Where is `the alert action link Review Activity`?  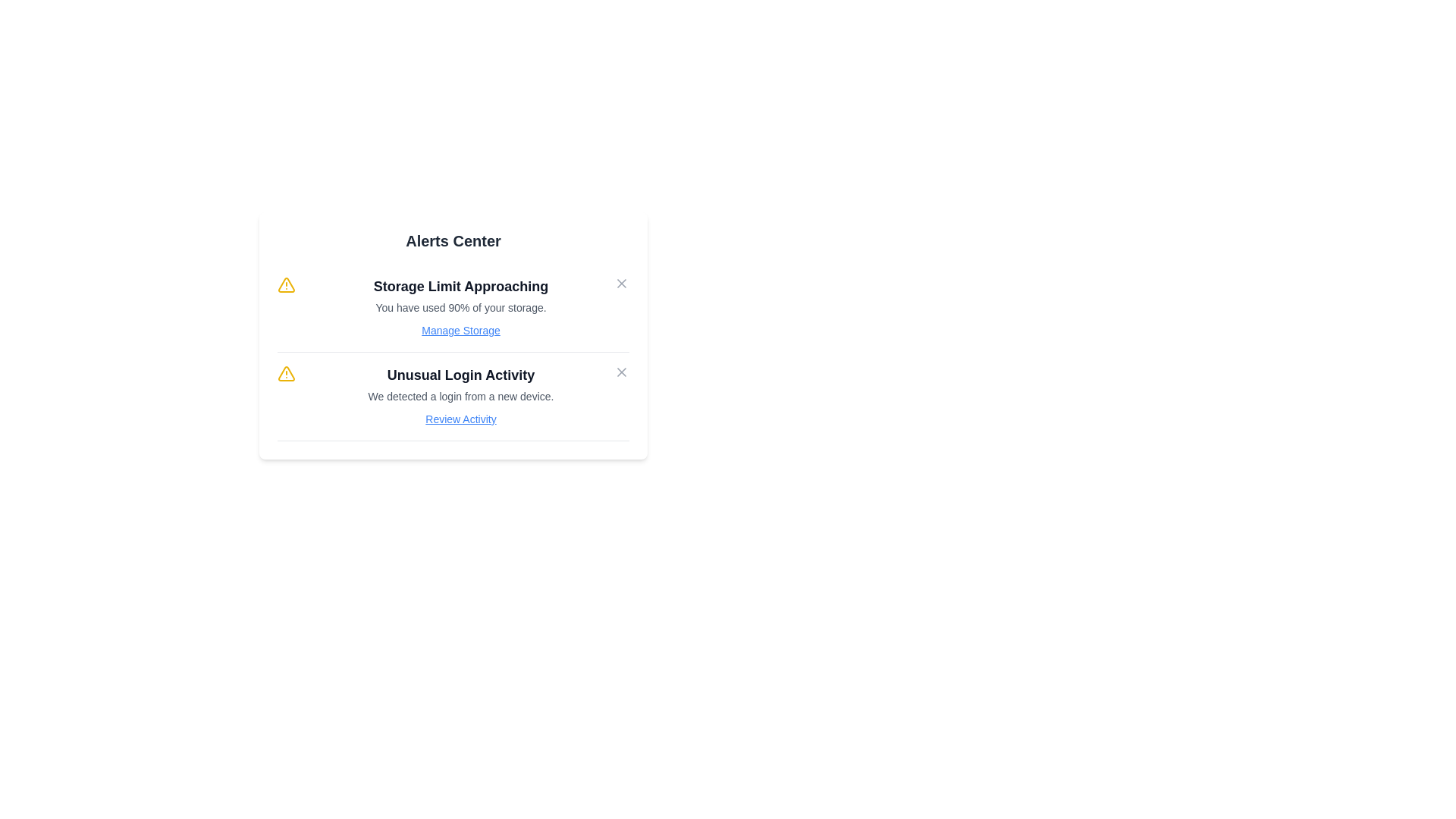 the alert action link Review Activity is located at coordinates (460, 419).